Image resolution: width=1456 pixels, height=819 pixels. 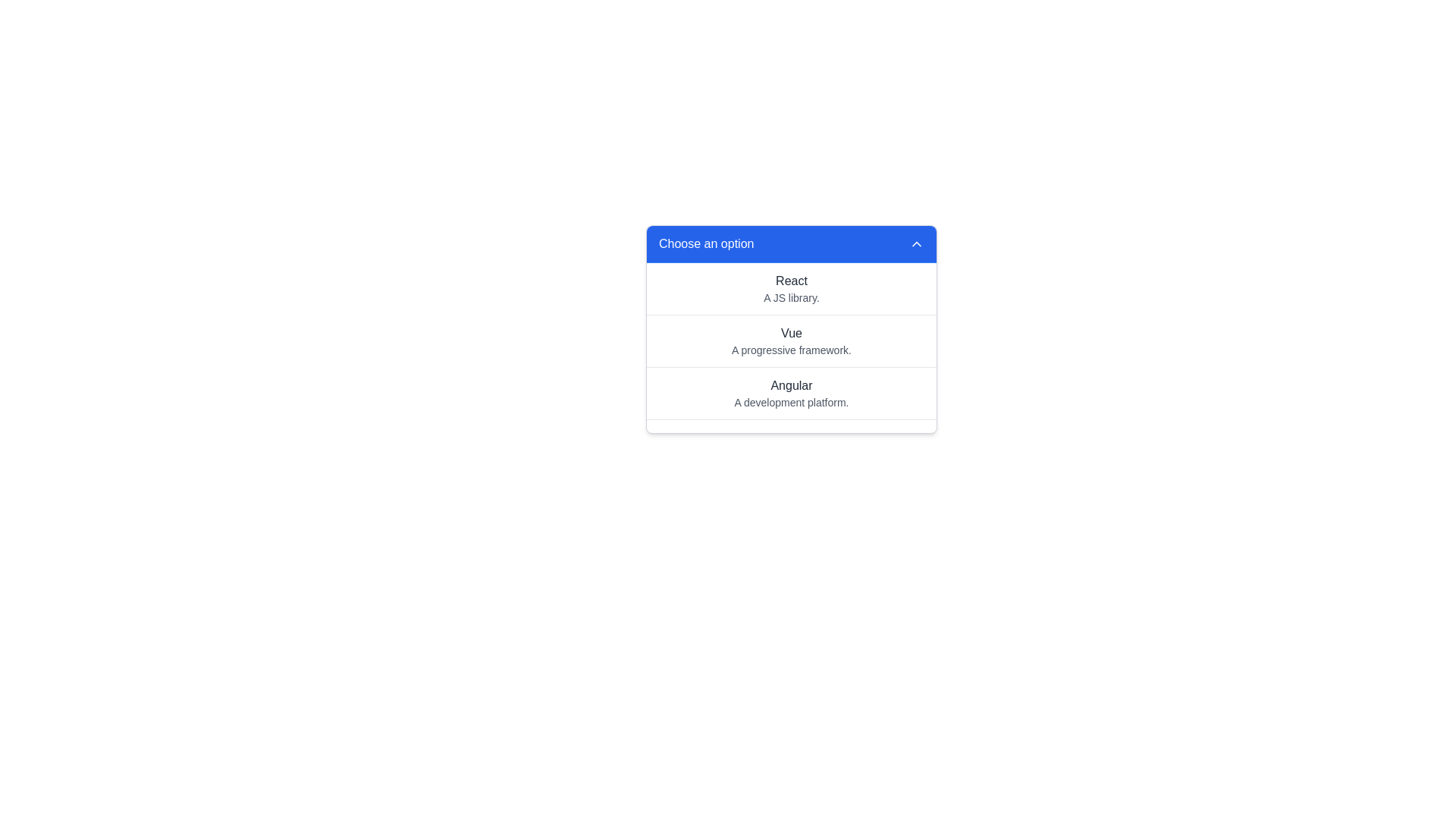 I want to click on the second option 'Vue' in the dropdown menu that has a blue header reading 'Choose an option', so click(x=790, y=328).